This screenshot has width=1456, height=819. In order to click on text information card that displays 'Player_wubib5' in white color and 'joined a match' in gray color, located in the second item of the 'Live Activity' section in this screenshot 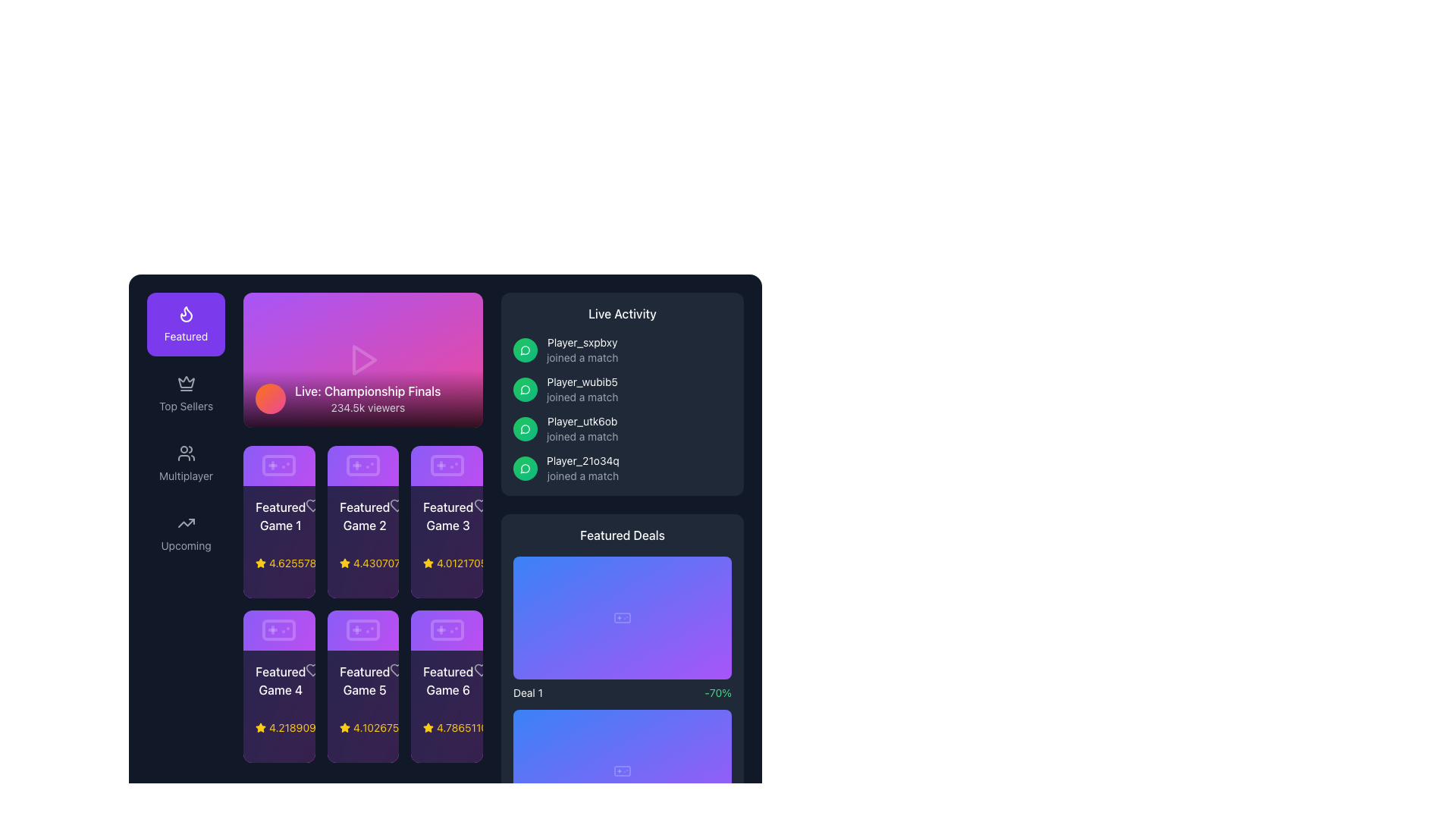, I will do `click(582, 388)`.